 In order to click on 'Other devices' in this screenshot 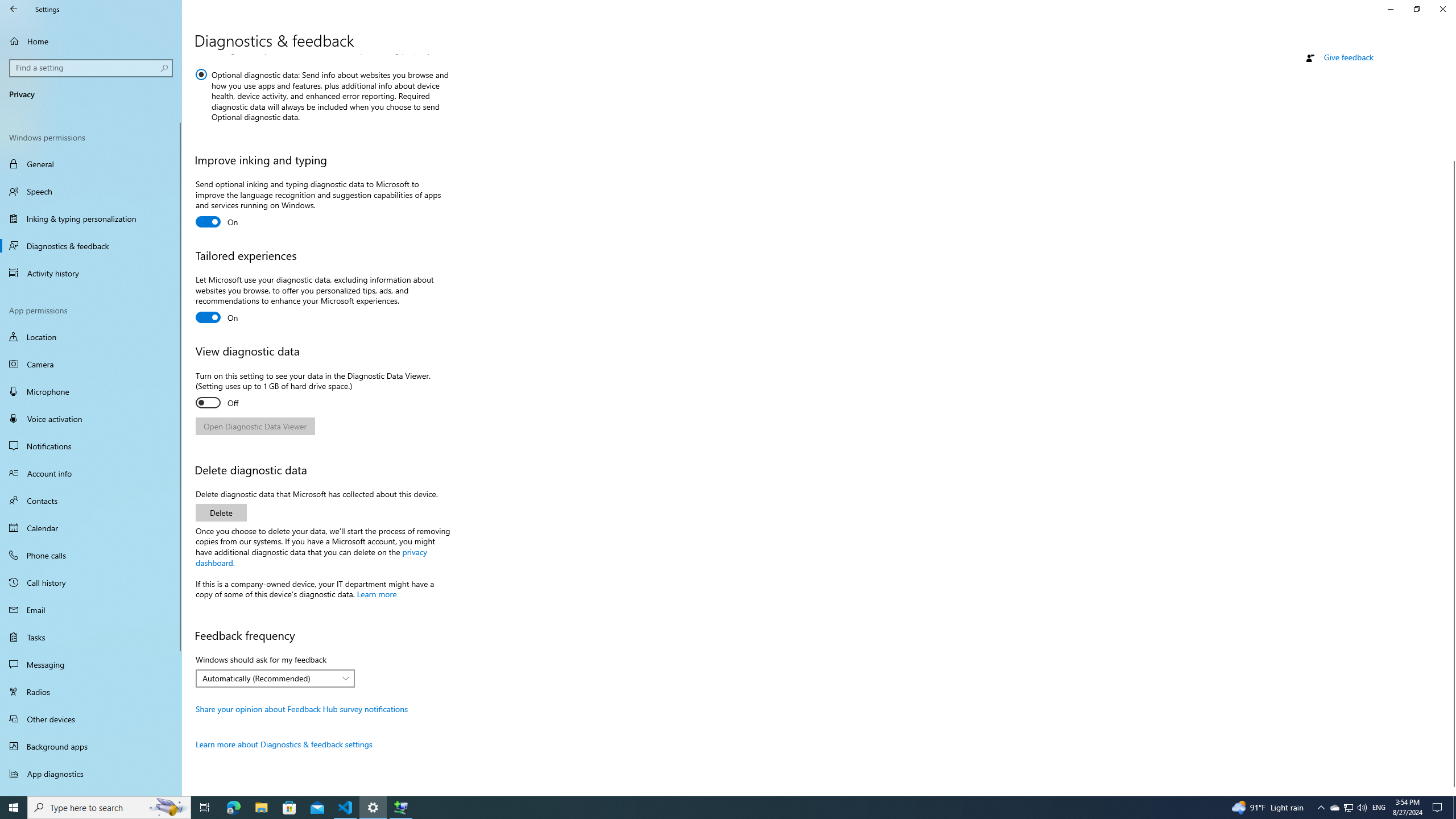, I will do `click(90, 718)`.